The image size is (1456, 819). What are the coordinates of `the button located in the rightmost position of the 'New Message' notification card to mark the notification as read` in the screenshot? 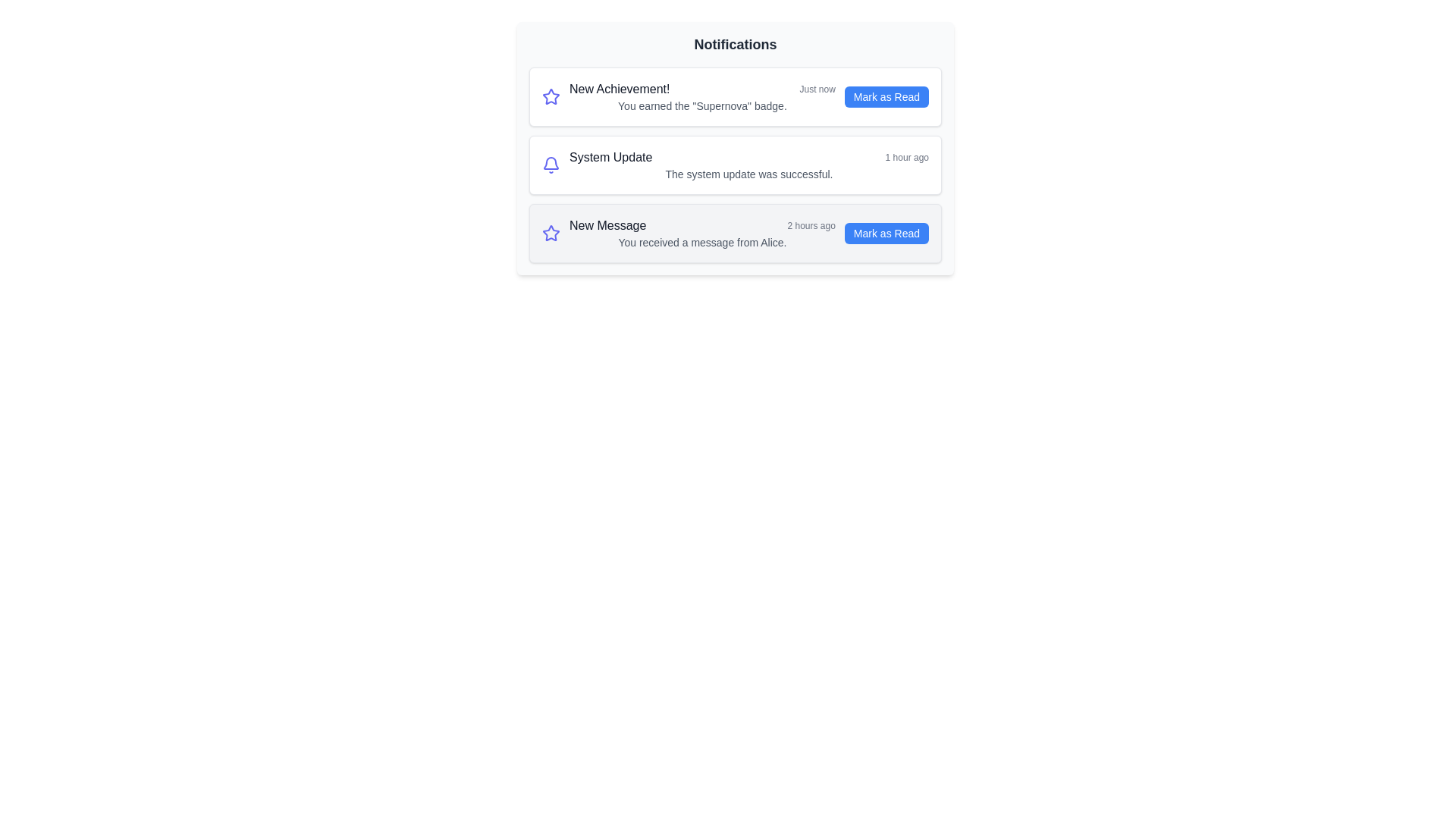 It's located at (886, 234).